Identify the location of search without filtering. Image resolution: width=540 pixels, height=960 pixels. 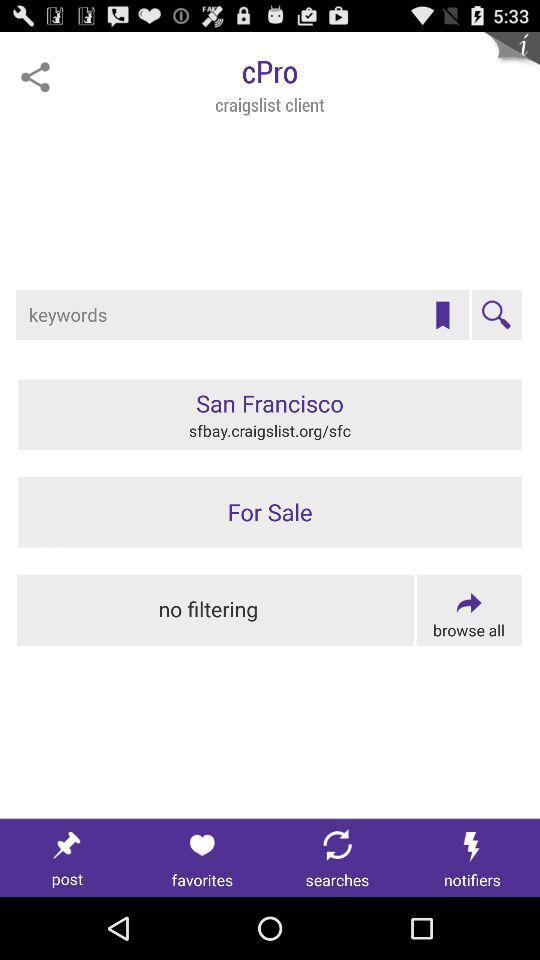
(214, 609).